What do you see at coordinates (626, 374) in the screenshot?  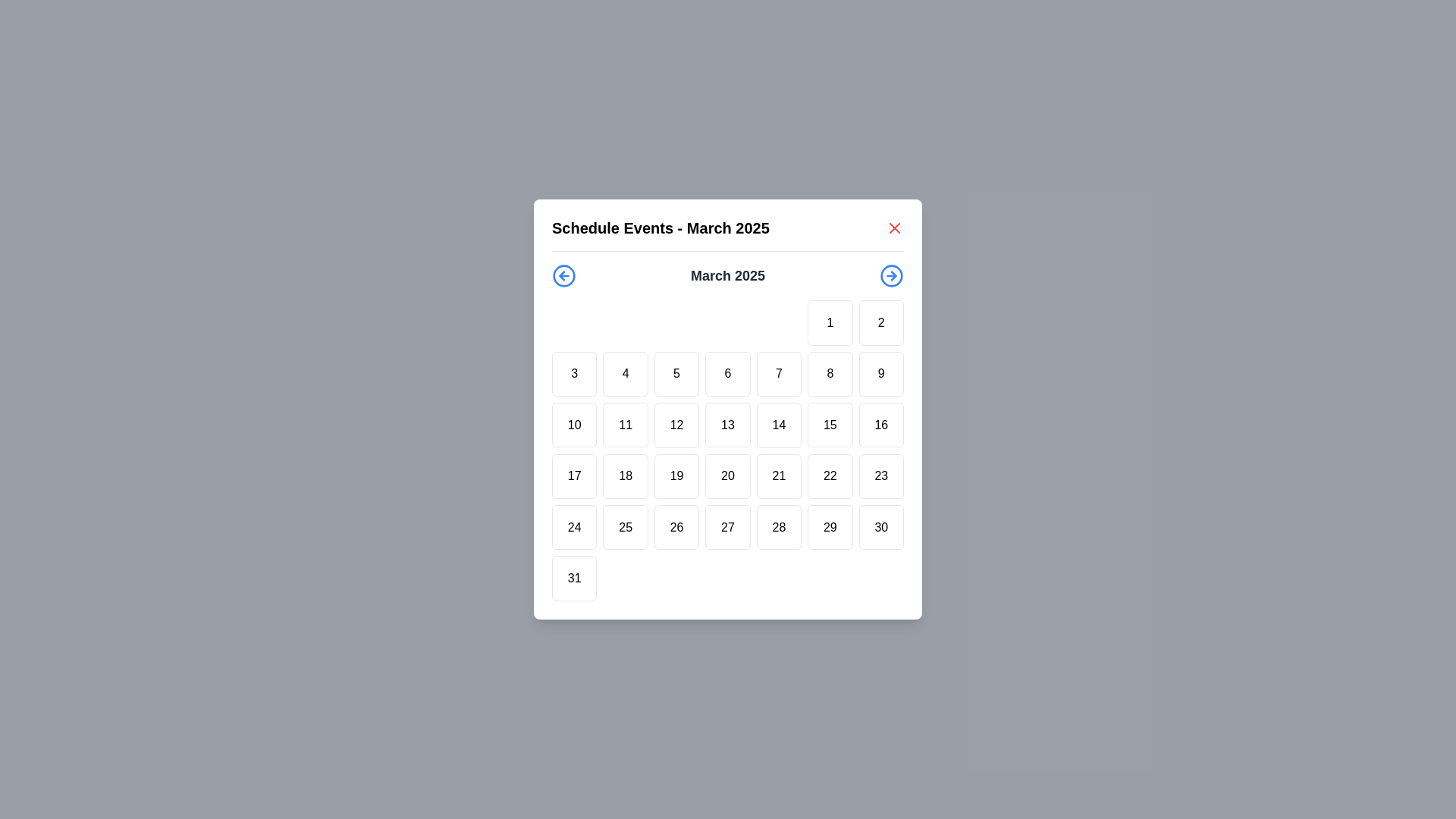 I see `the square button labeled '4' that is the fourth item in the second row of the grid layout within the 'Schedule Events - March 2025' modal dialog` at bounding box center [626, 374].